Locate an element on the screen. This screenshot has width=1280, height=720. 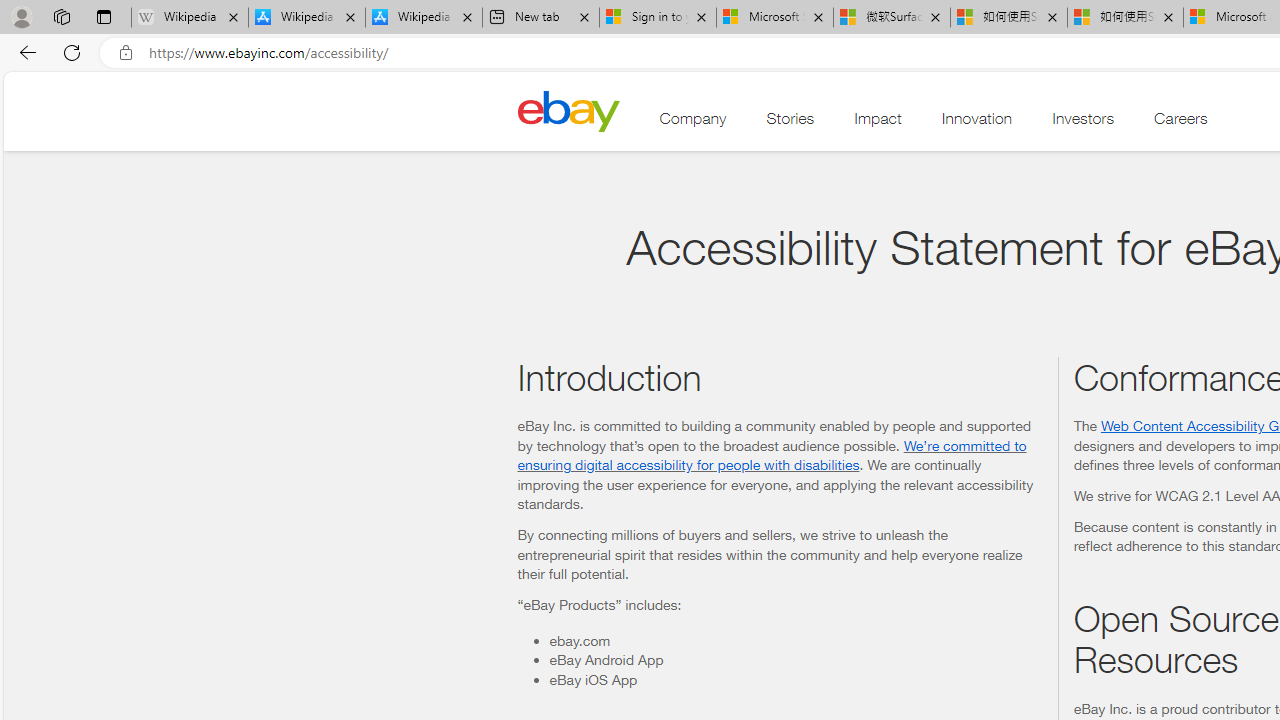
'Stories' is located at coordinates (789, 123).